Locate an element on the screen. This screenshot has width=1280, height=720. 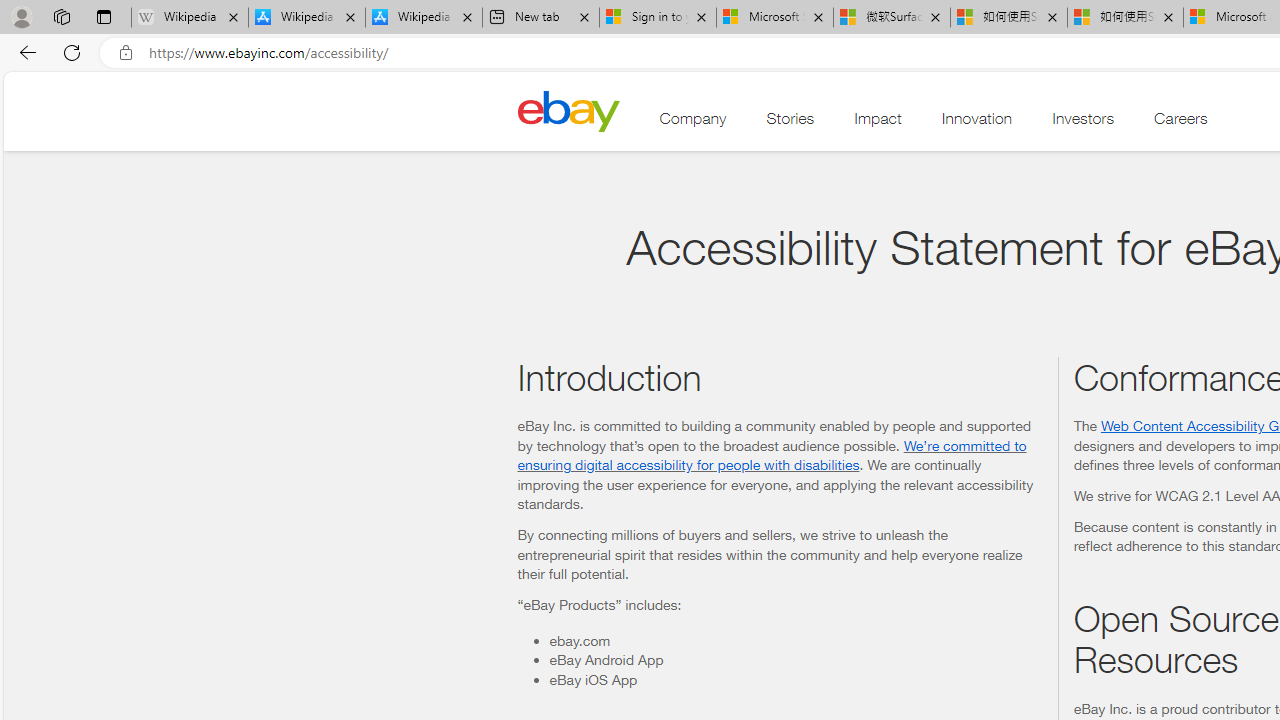
'Stories' is located at coordinates (789, 123).